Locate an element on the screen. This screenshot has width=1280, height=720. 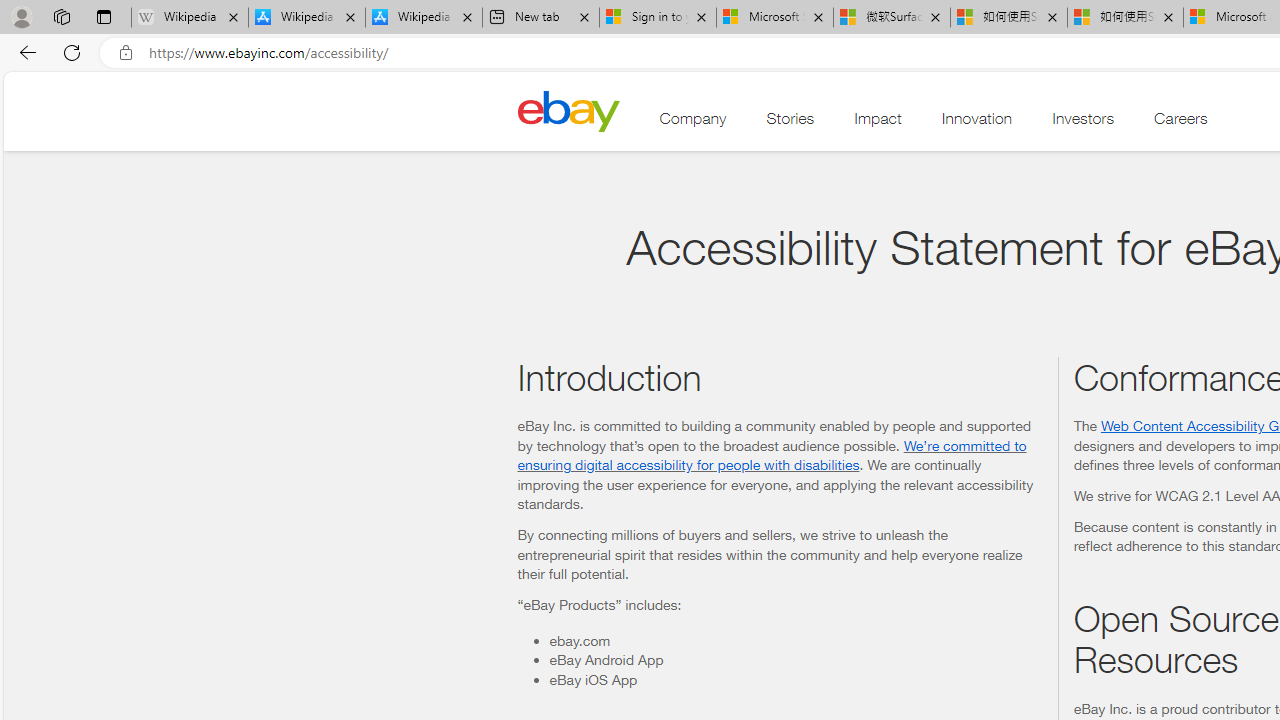
'Stories' is located at coordinates (789, 123).